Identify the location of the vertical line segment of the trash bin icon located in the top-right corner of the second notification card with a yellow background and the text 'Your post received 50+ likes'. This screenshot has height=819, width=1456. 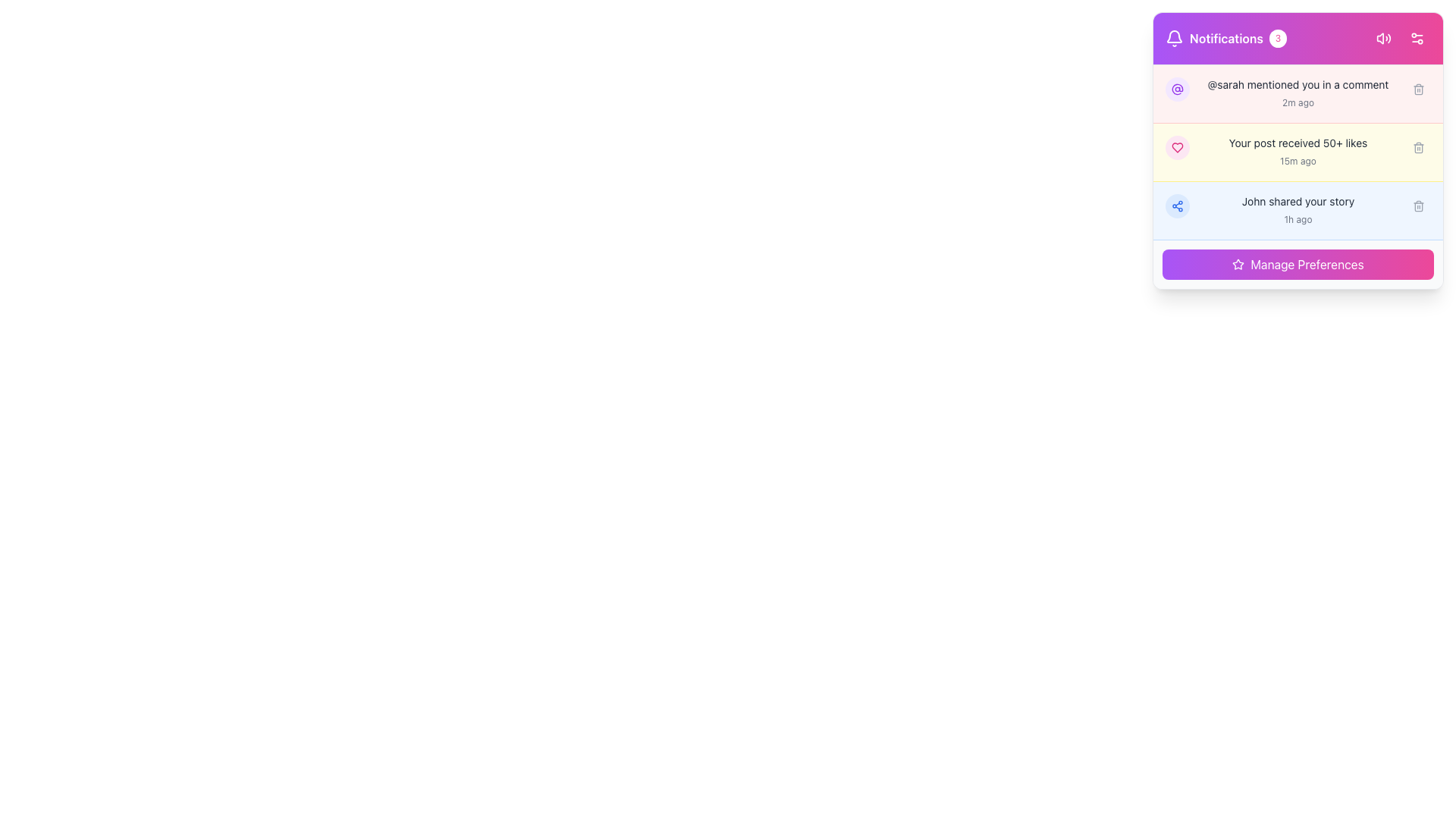
(1418, 149).